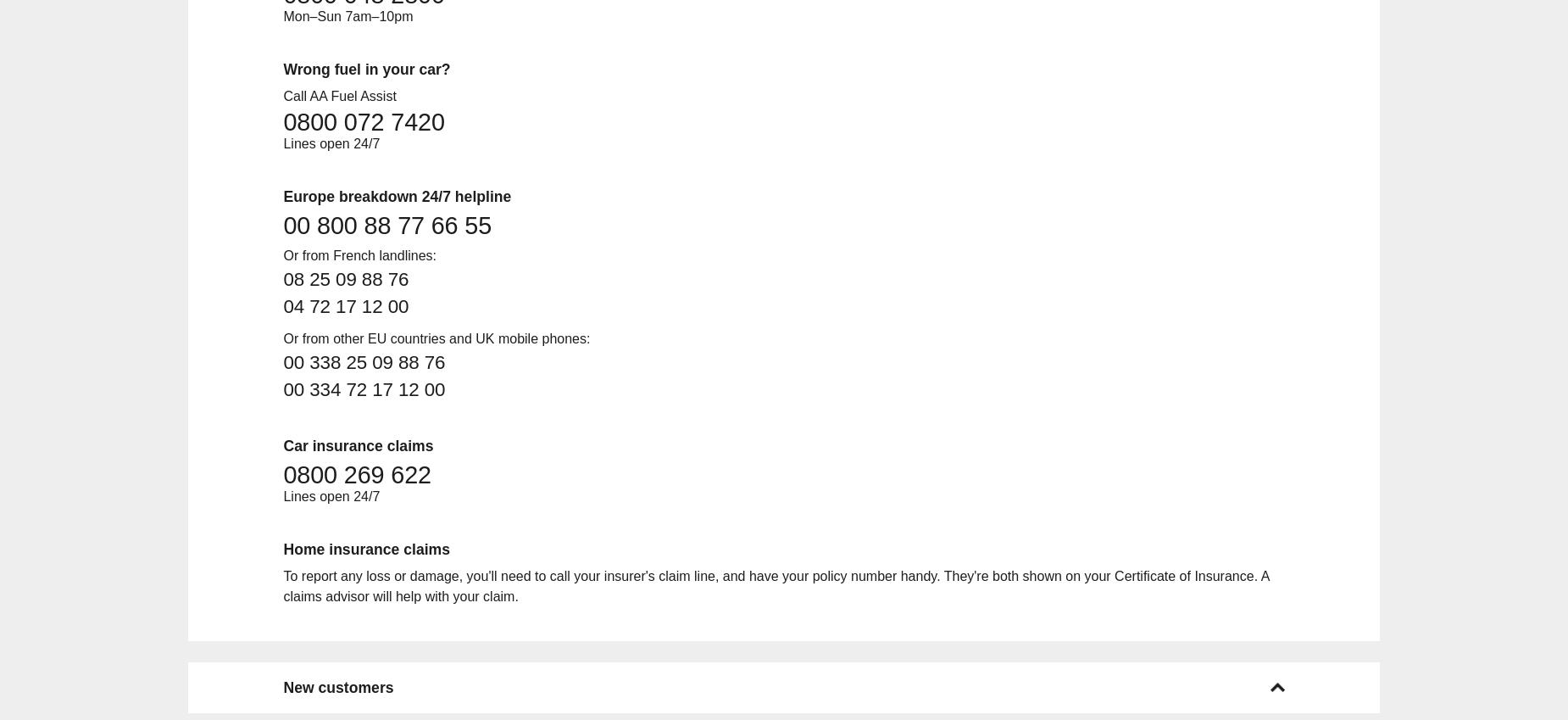 This screenshot has width=1568, height=720. What do you see at coordinates (436, 337) in the screenshot?
I see `'Or from other EU countries and UK mobile phones:'` at bounding box center [436, 337].